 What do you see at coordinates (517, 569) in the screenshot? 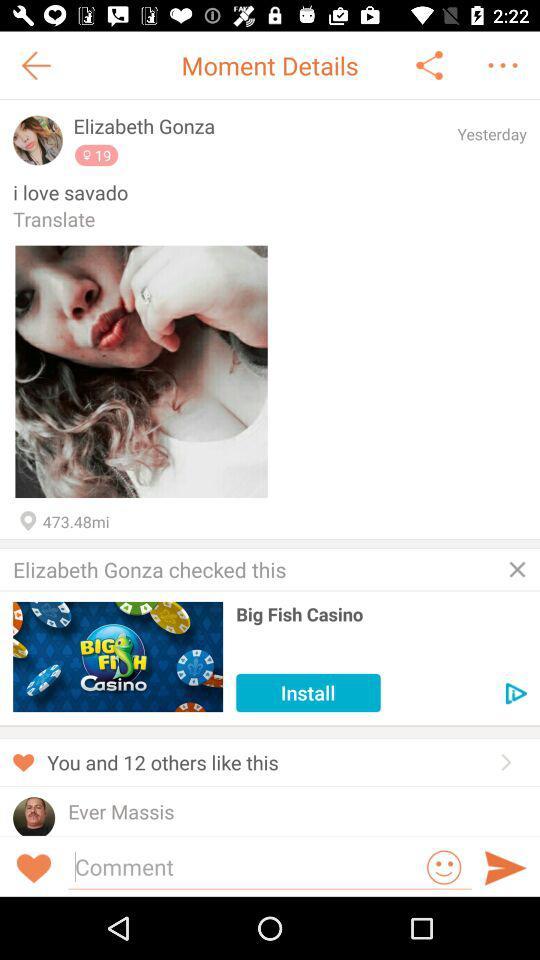
I see `advertisement` at bounding box center [517, 569].